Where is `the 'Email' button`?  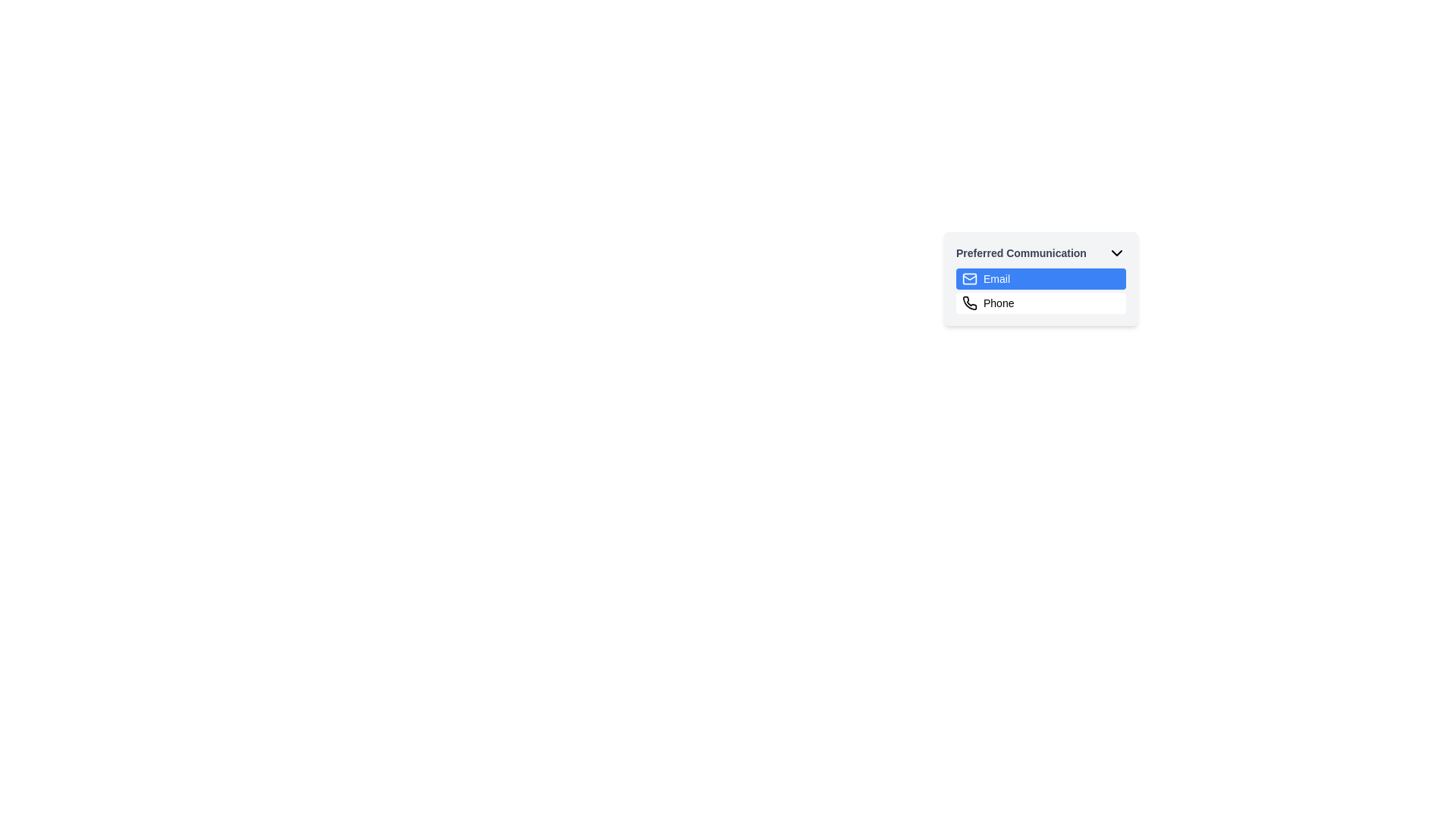
the 'Email' button is located at coordinates (1040, 278).